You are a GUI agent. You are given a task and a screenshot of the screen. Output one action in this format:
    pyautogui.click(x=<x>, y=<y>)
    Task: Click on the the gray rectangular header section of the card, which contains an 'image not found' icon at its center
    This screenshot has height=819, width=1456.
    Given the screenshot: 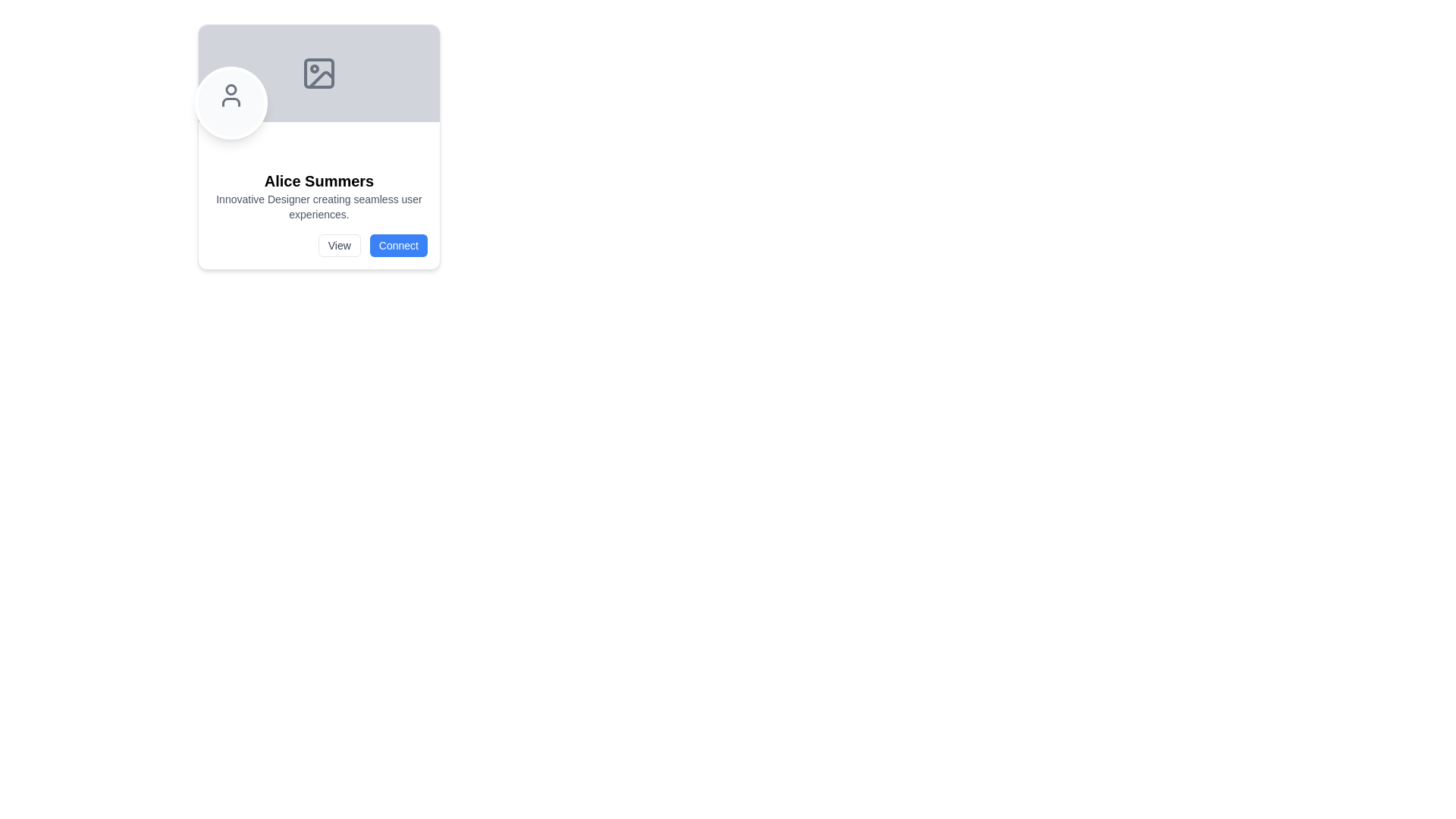 What is the action you would take?
    pyautogui.click(x=318, y=73)
    